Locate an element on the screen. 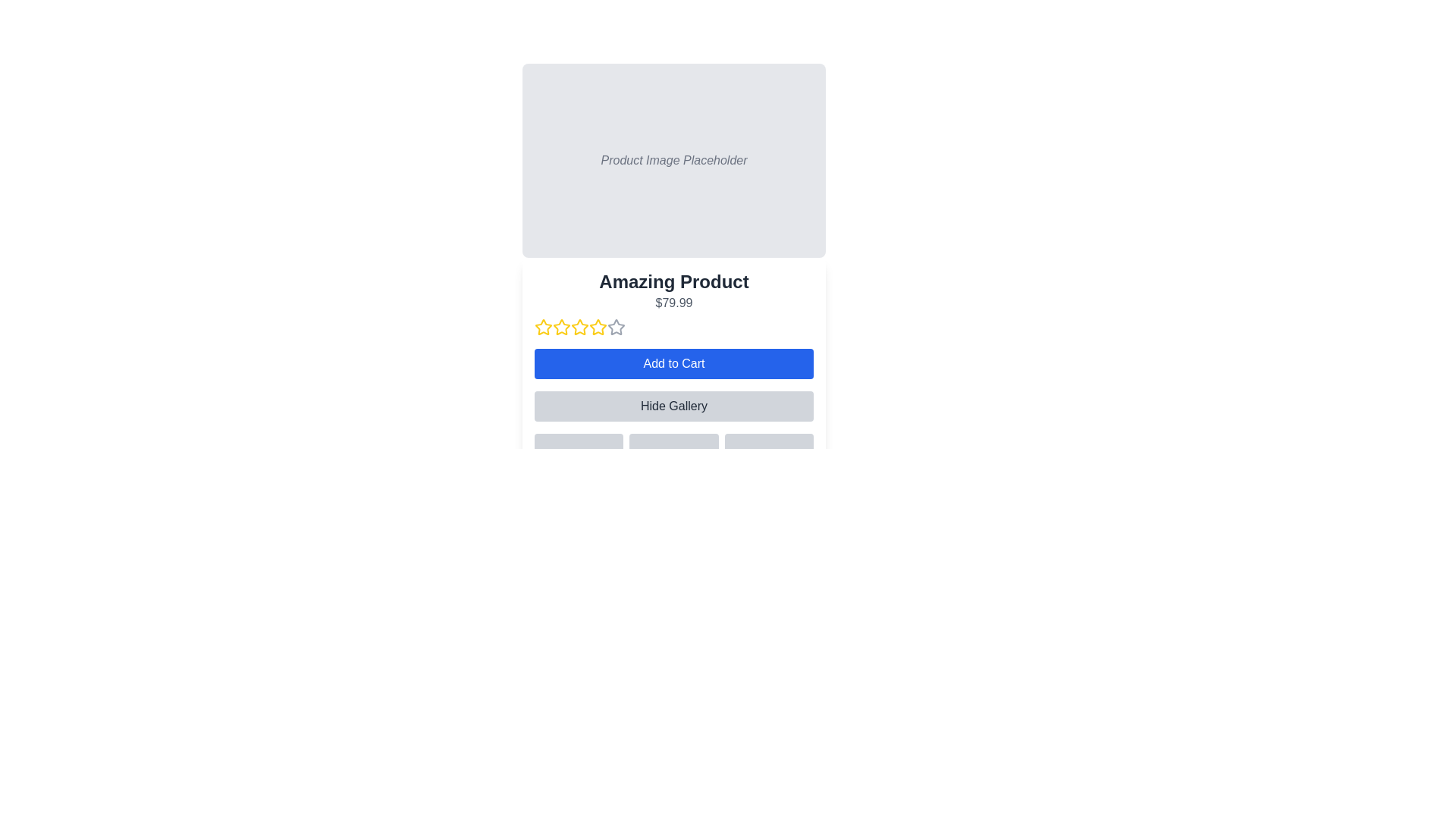 Image resolution: width=1456 pixels, height=819 pixels. the third rating star icon button to indicate a three-star rating for the product below the text 'Amazing Product' and '$79.99' is located at coordinates (578, 326).